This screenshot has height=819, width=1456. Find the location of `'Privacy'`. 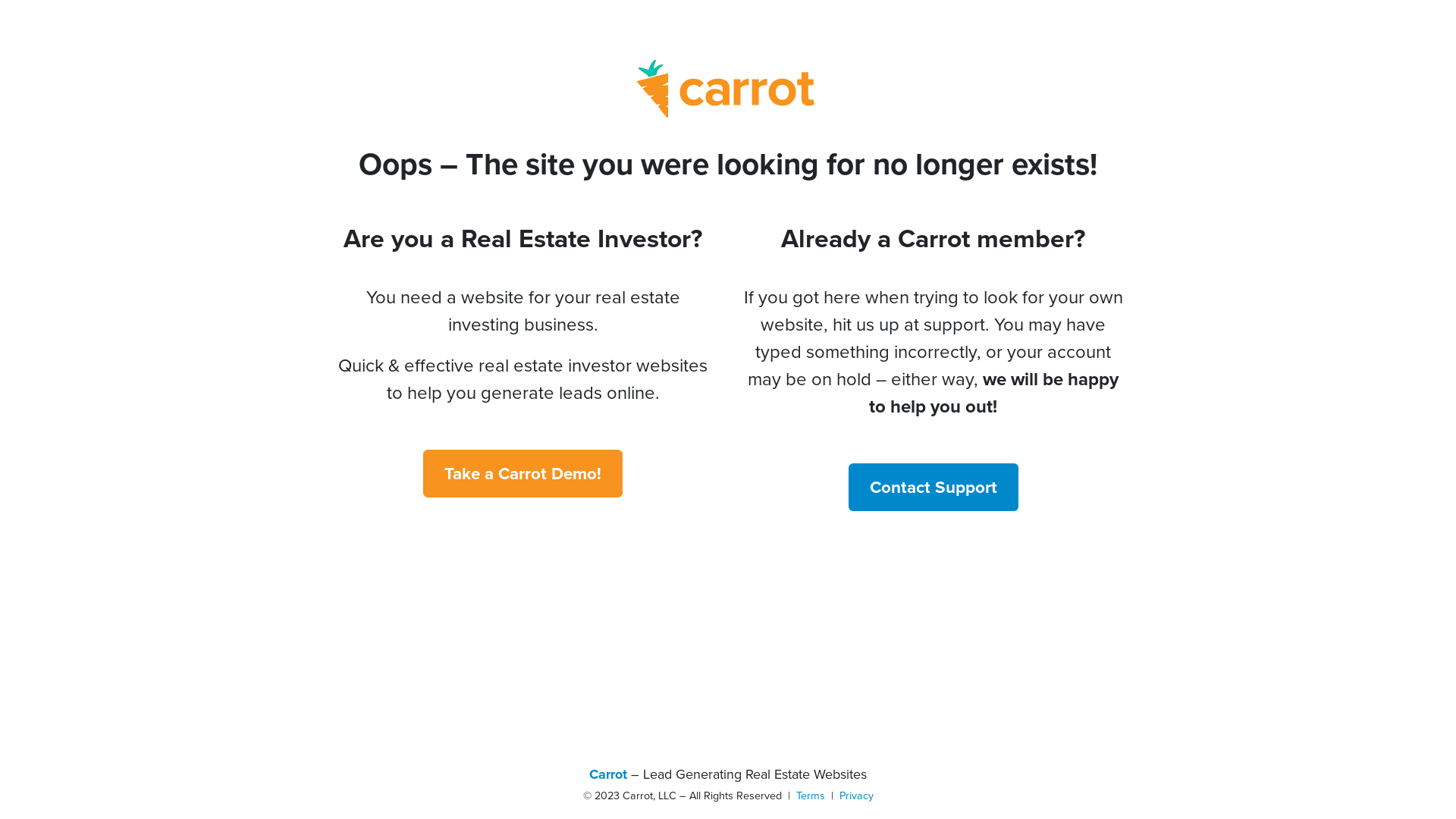

'Privacy' is located at coordinates (855, 795).